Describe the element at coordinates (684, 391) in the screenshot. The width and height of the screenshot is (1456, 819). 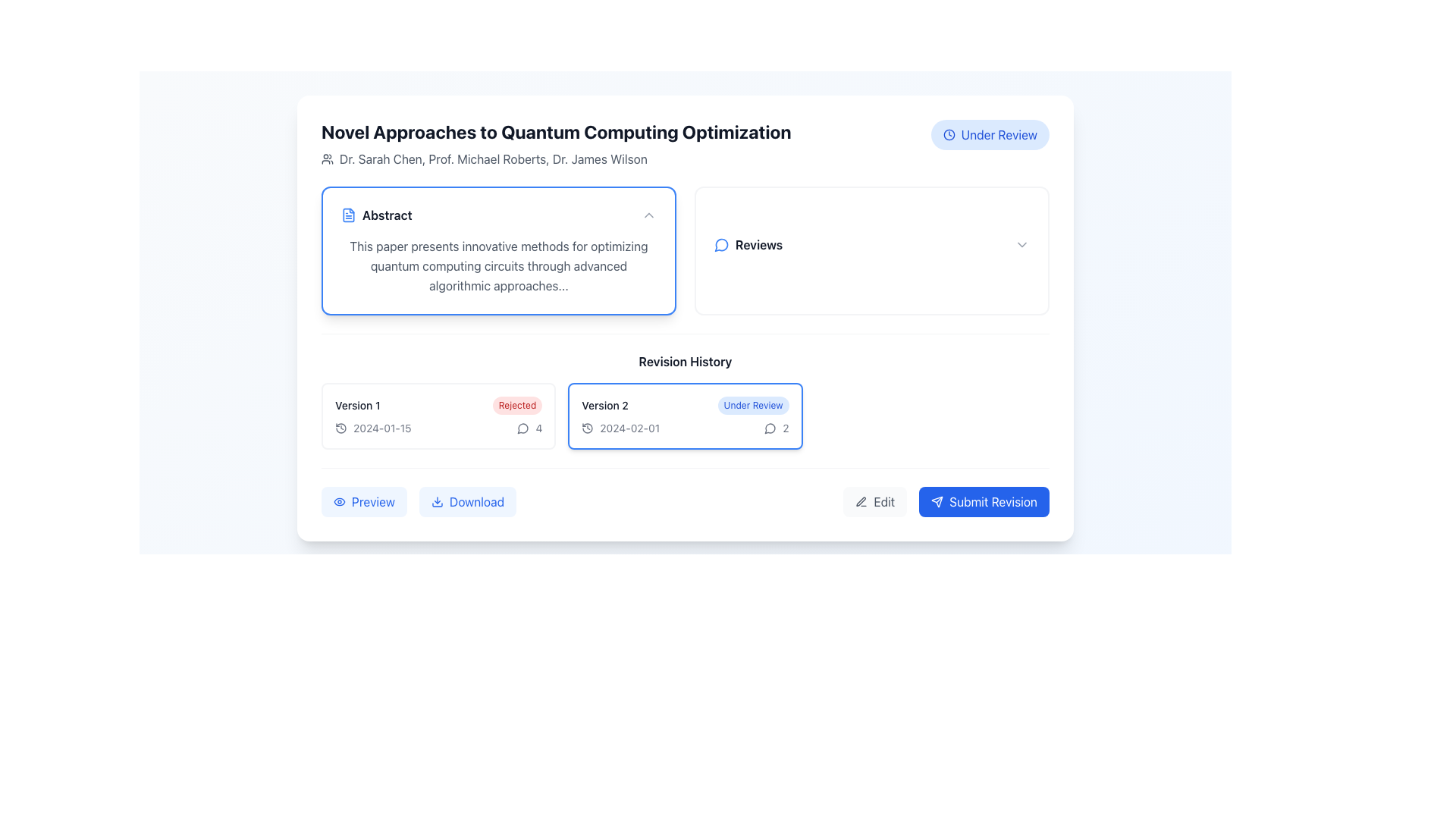
I see `the version summary in the 'Revision History' section` at that location.